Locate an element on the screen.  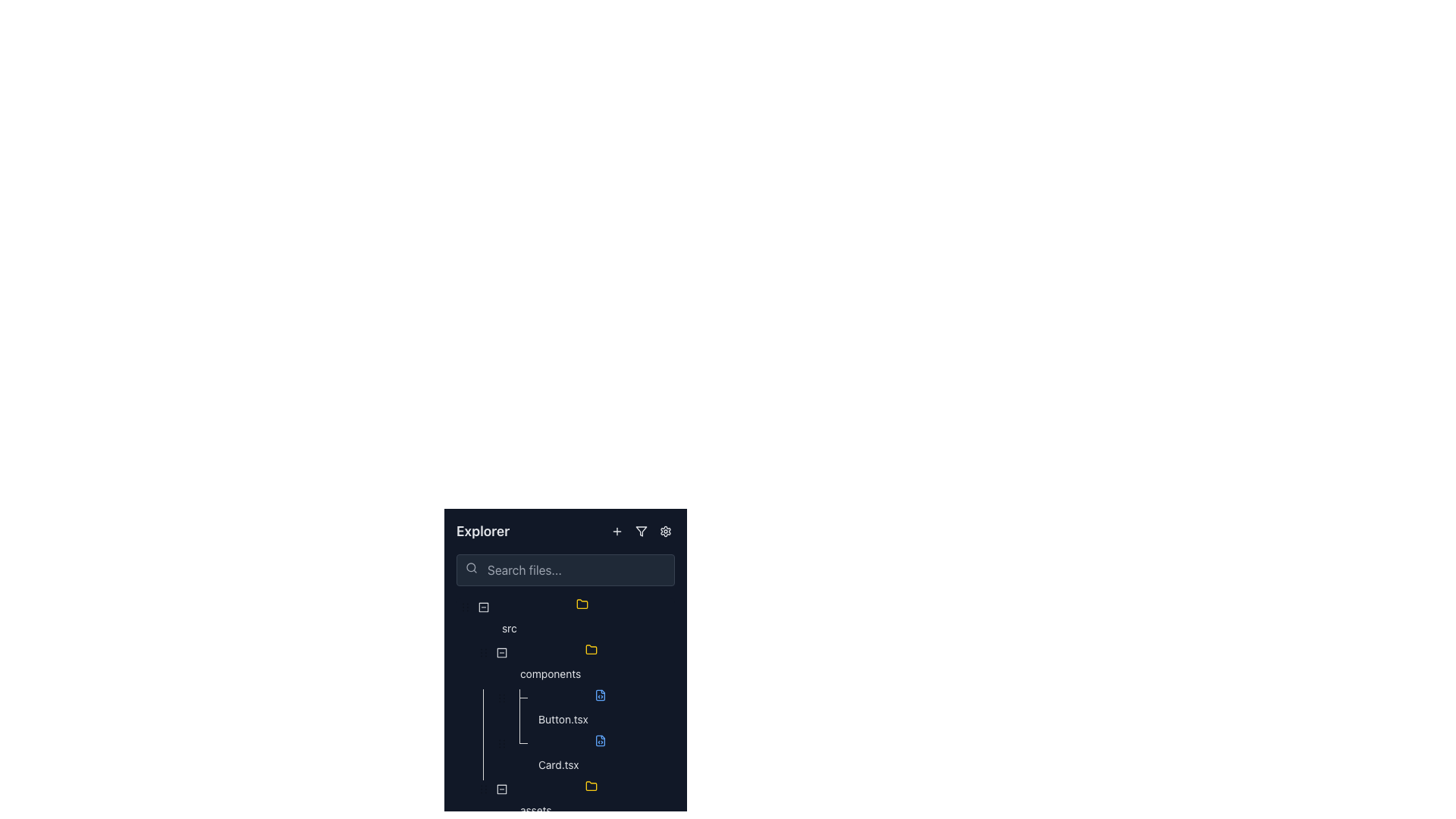
the status represented by the small, circular icon located near the bottom-left corner of the file explorer interface, immediately to the left of the folder icon is located at coordinates (483, 651).